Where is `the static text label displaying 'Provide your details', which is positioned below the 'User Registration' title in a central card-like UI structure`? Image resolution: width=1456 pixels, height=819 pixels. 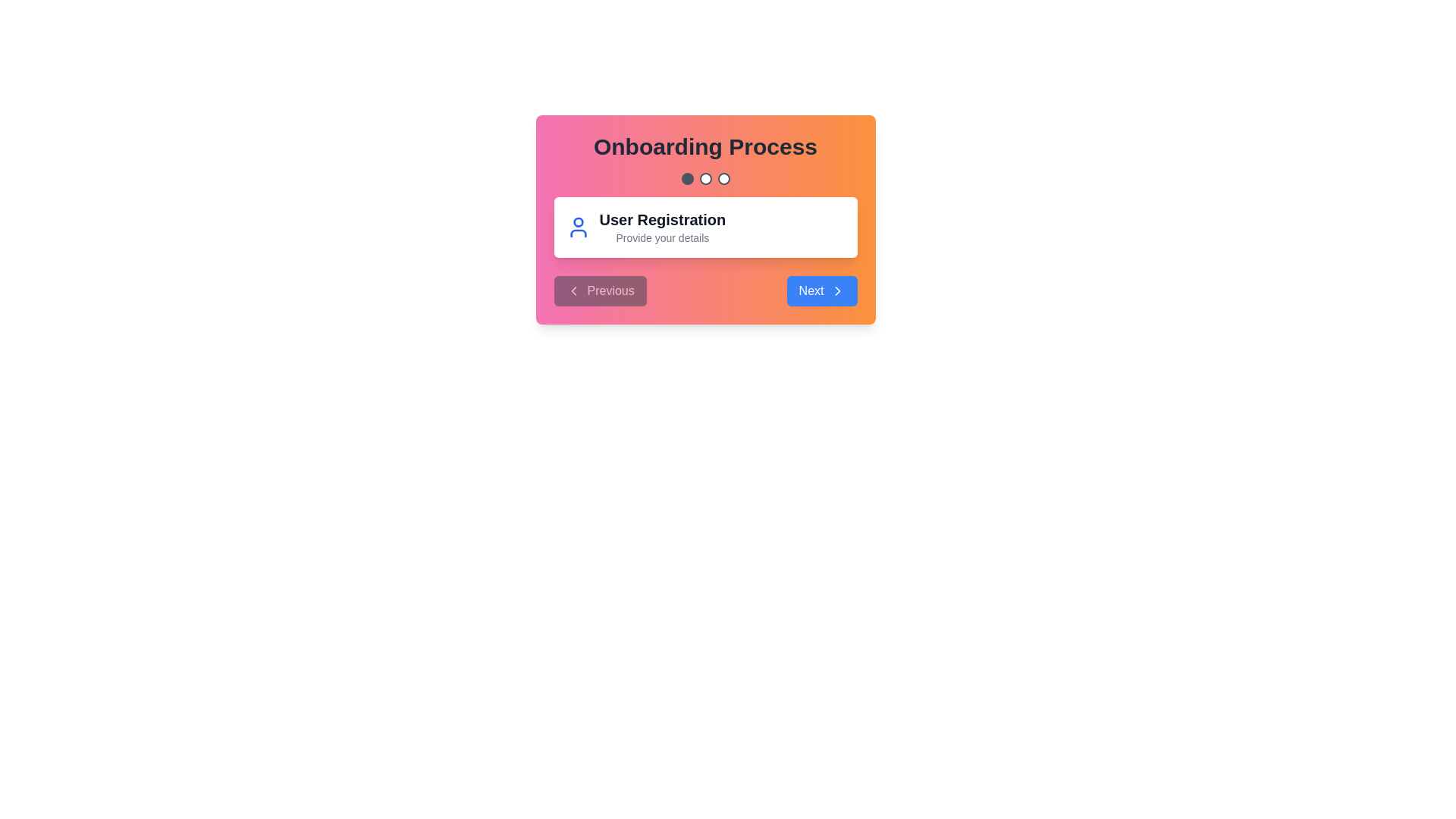
the static text label displaying 'Provide your details', which is positioned below the 'User Registration' title in a central card-like UI structure is located at coordinates (662, 237).